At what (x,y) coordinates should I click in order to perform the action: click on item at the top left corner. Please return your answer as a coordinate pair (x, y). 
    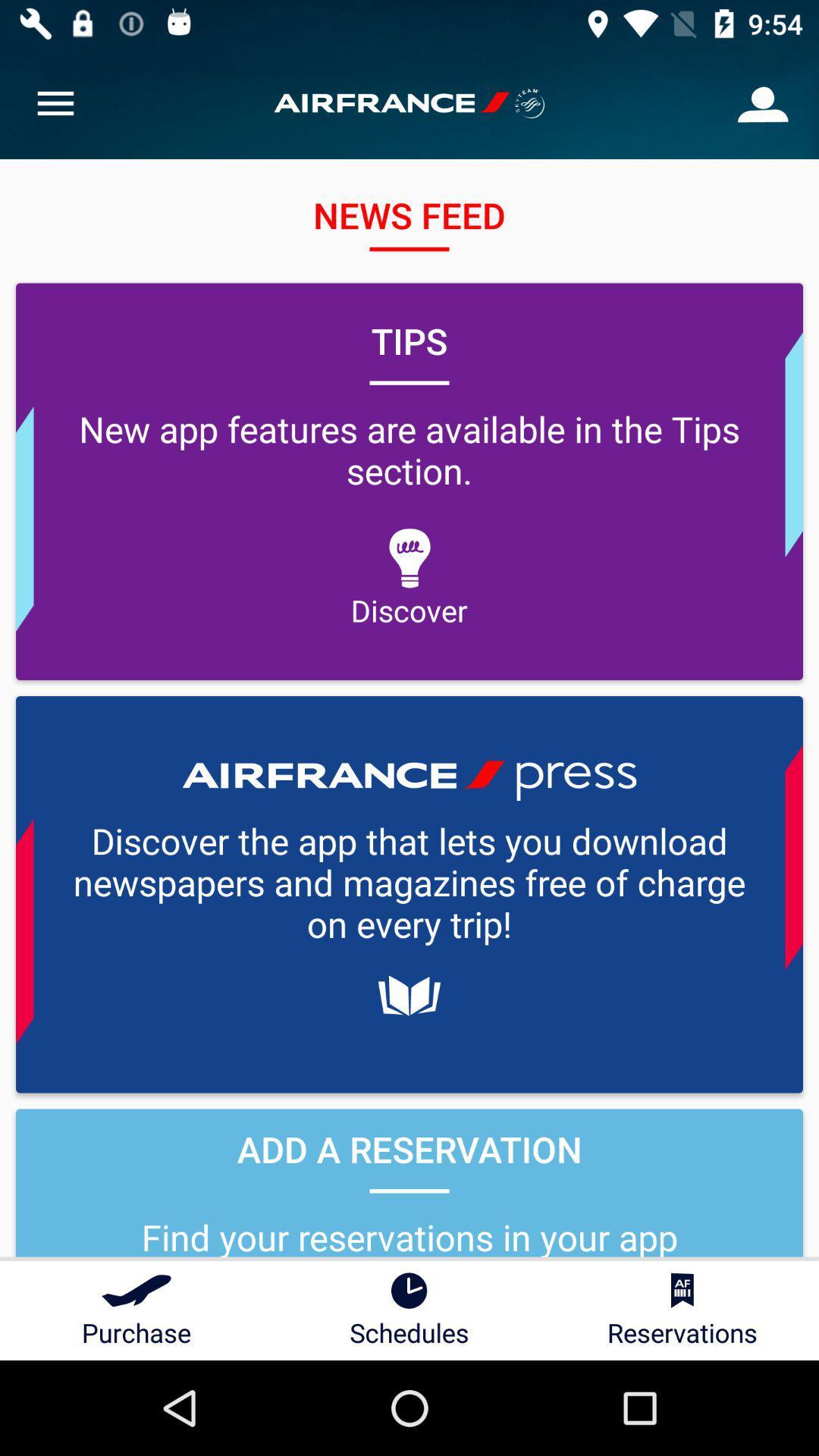
    Looking at the image, I should click on (55, 102).